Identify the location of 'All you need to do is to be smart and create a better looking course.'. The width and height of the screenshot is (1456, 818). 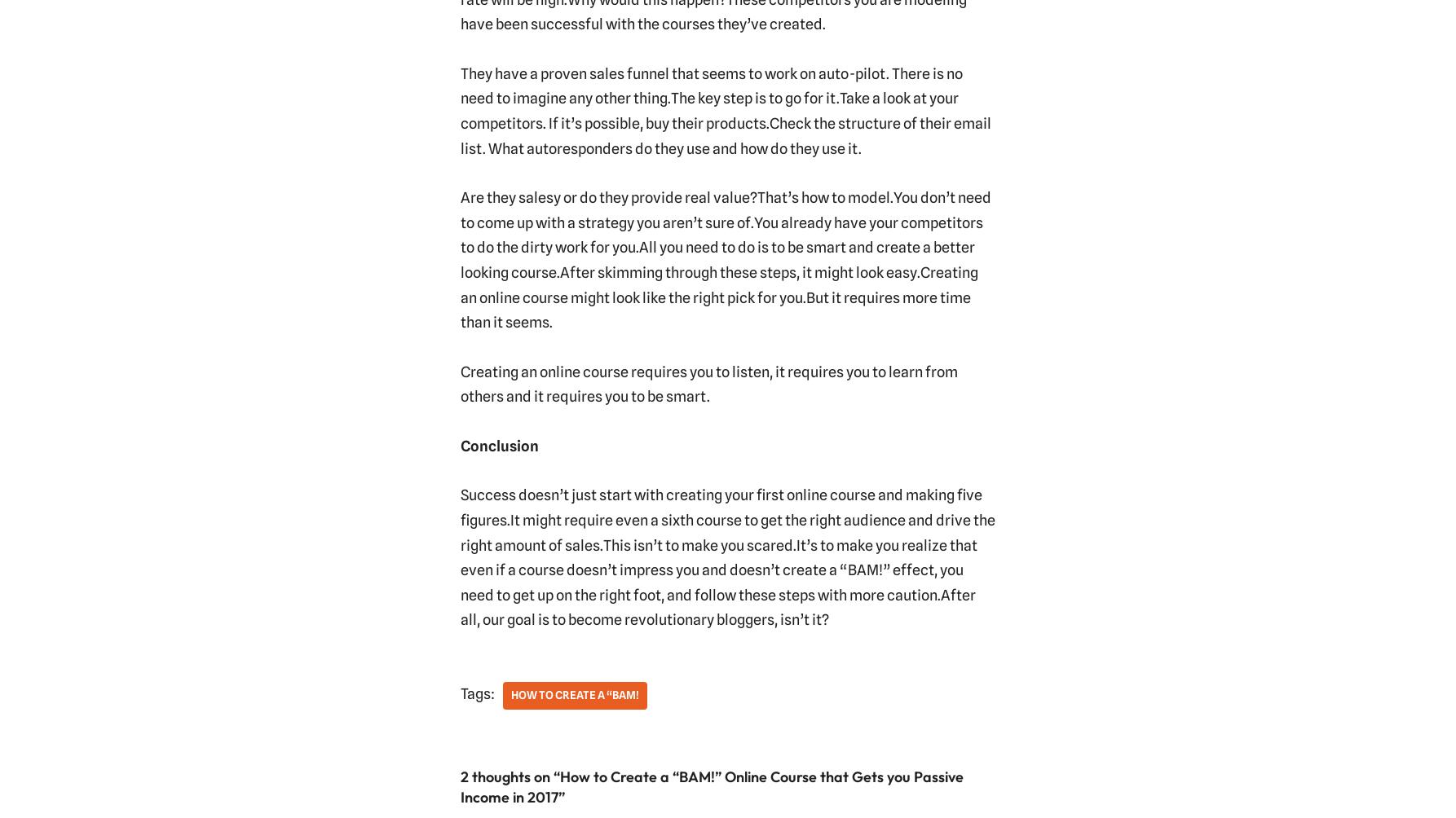
(716, 259).